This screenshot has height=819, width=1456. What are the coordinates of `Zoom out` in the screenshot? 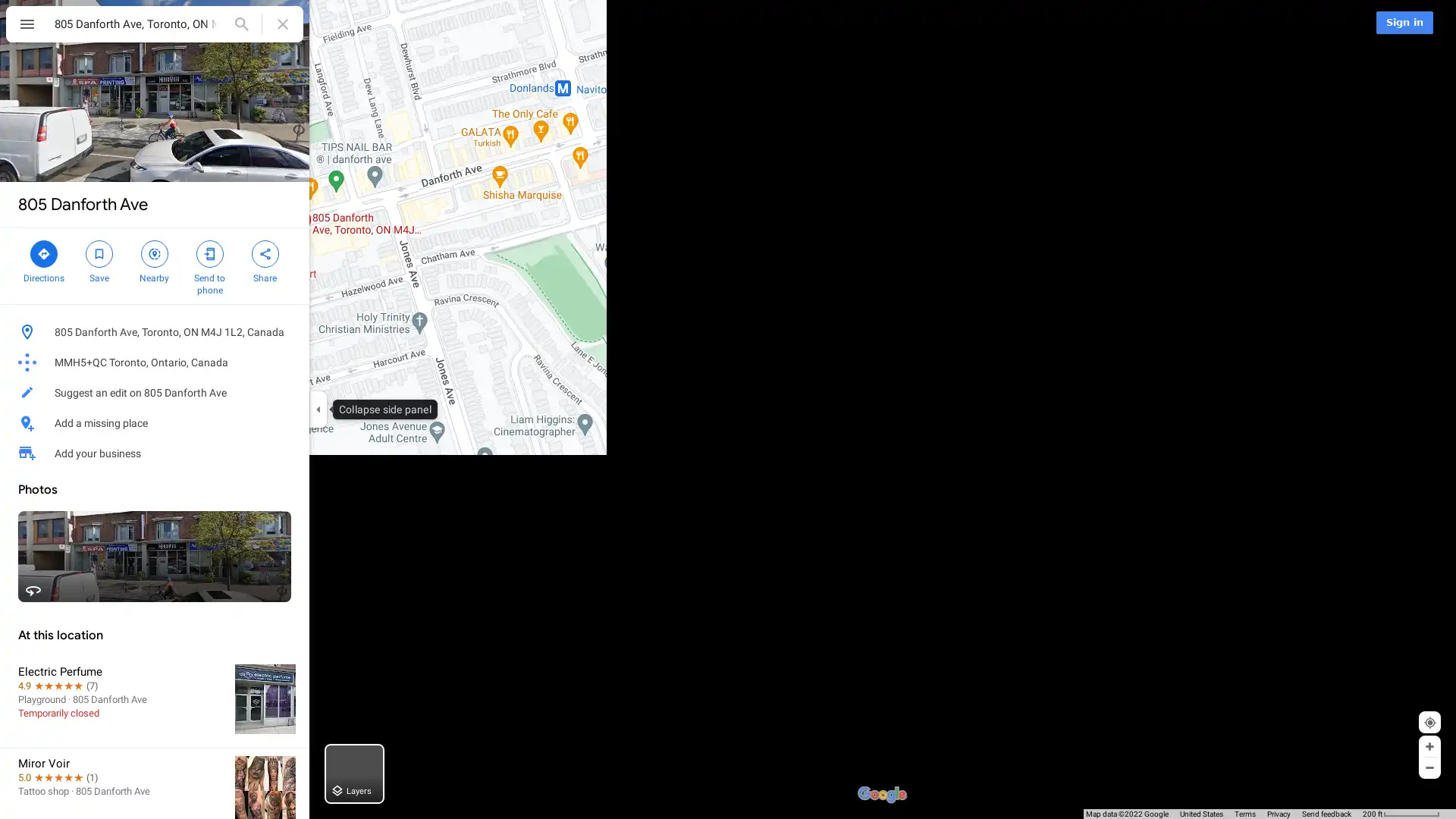 It's located at (1429, 767).